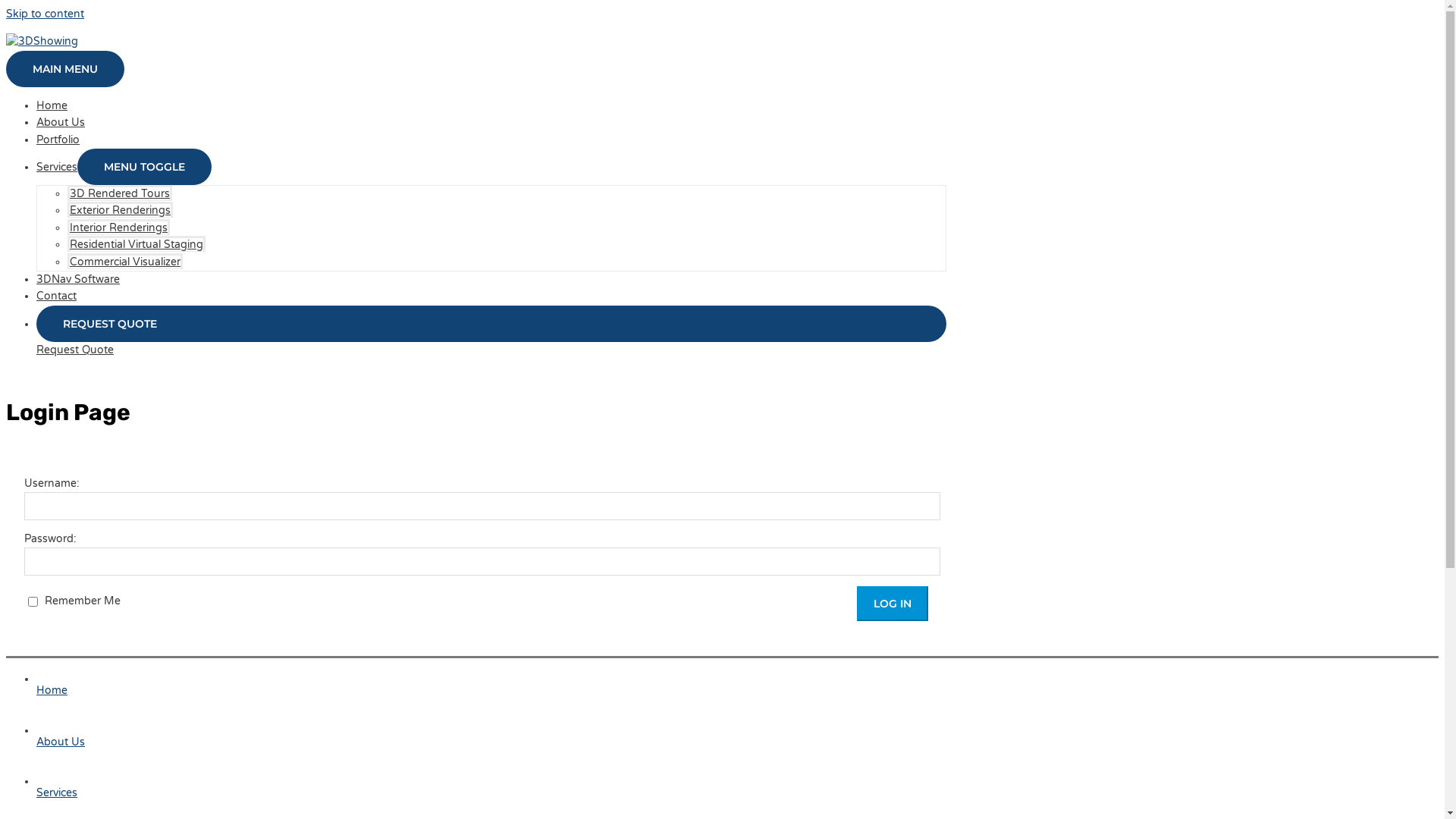 This screenshot has width=1456, height=819. Describe the element at coordinates (74, 350) in the screenshot. I see `'Request Quote'` at that location.